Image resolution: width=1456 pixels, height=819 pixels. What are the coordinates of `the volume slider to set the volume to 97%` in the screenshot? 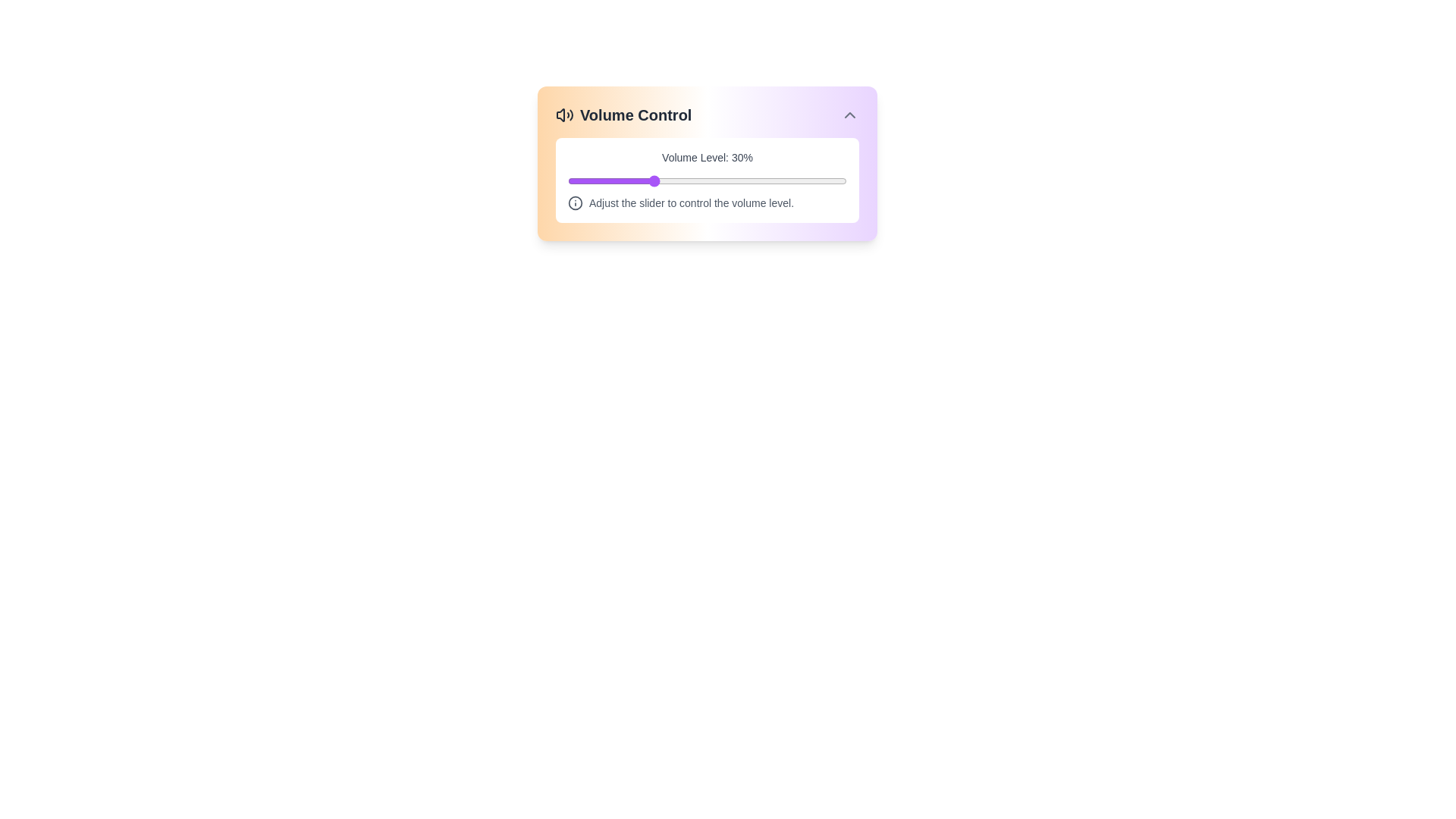 It's located at (837, 180).